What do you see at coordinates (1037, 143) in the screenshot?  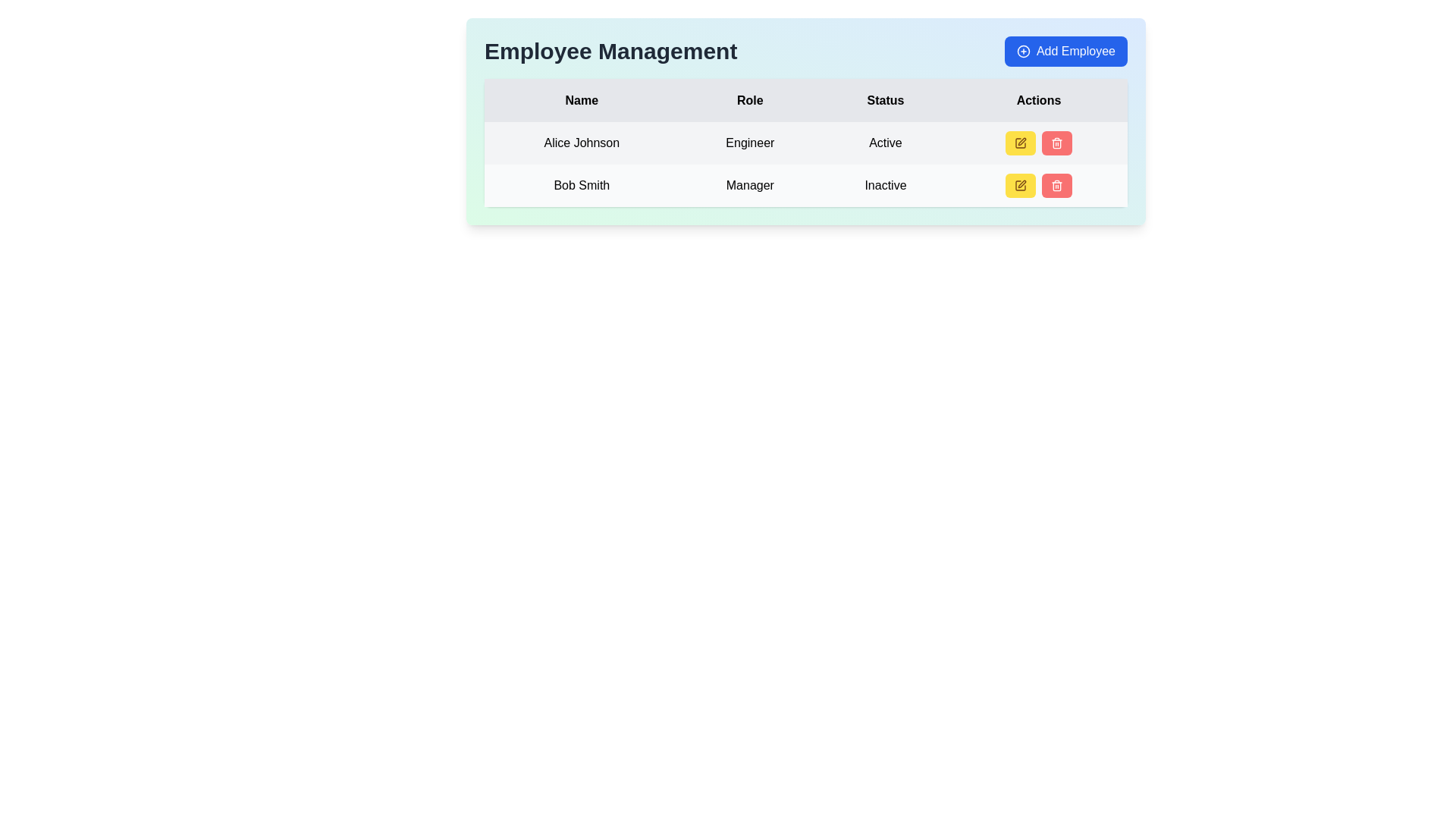 I see `the 'Edit' button in the 'Actions' column of the first row for the employee record of 'Alice Johnson'` at bounding box center [1037, 143].